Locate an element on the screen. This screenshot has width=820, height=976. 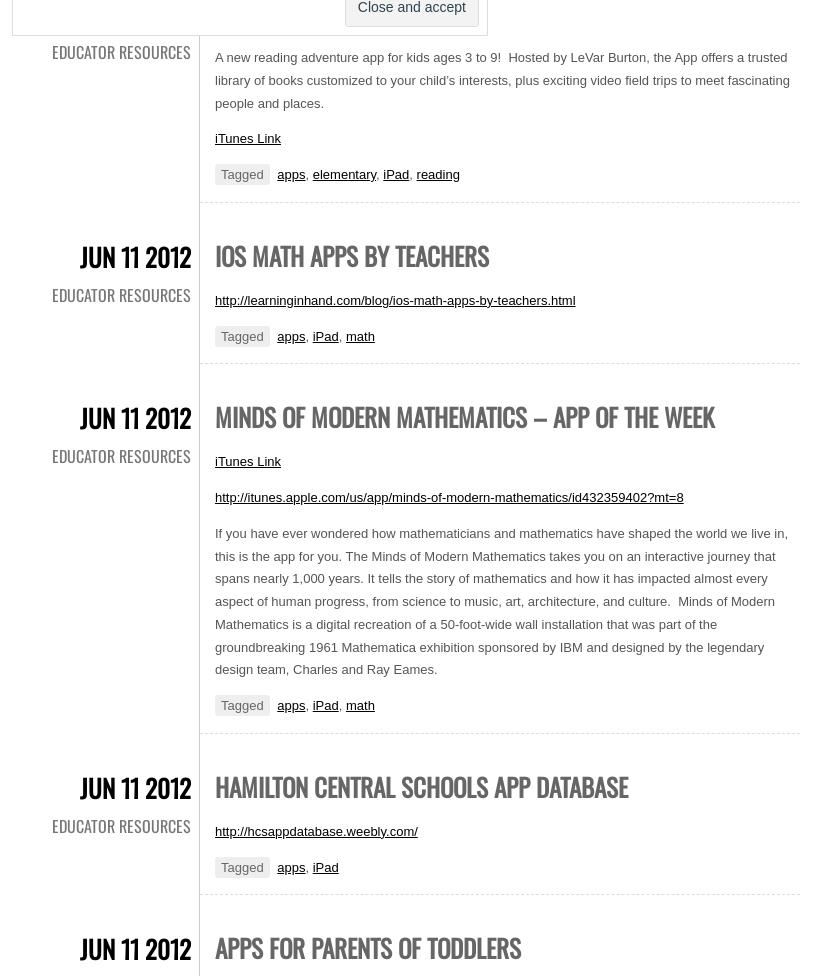
'A new reading adventure app for kids ages 3 to 9!  Hosted by LeVar Burton, the App offers a trusted library of books customized to your child’s interests, plus exciting video field trips to meet fascinating people and places.' is located at coordinates (502, 80).